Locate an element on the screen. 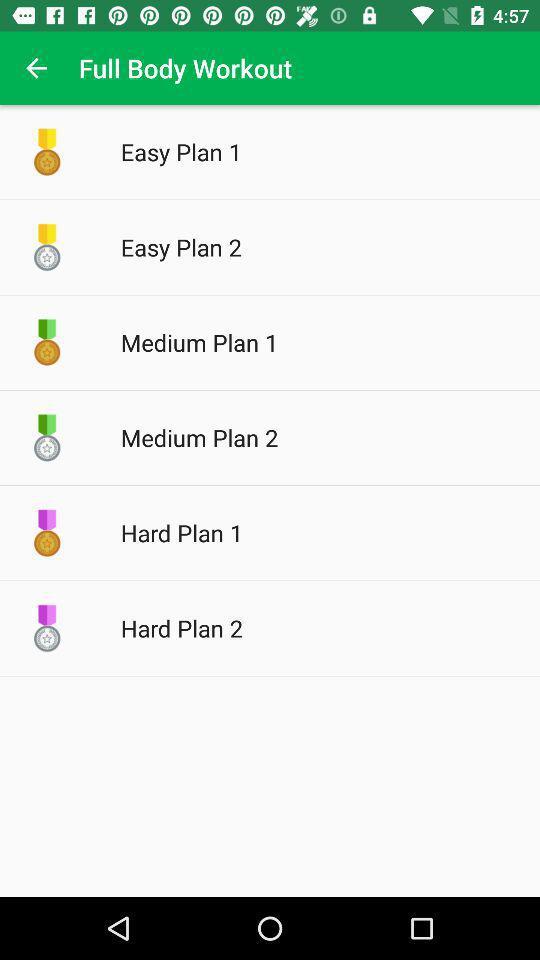  icon on the left side of medium plan 1 is located at coordinates (47, 343).